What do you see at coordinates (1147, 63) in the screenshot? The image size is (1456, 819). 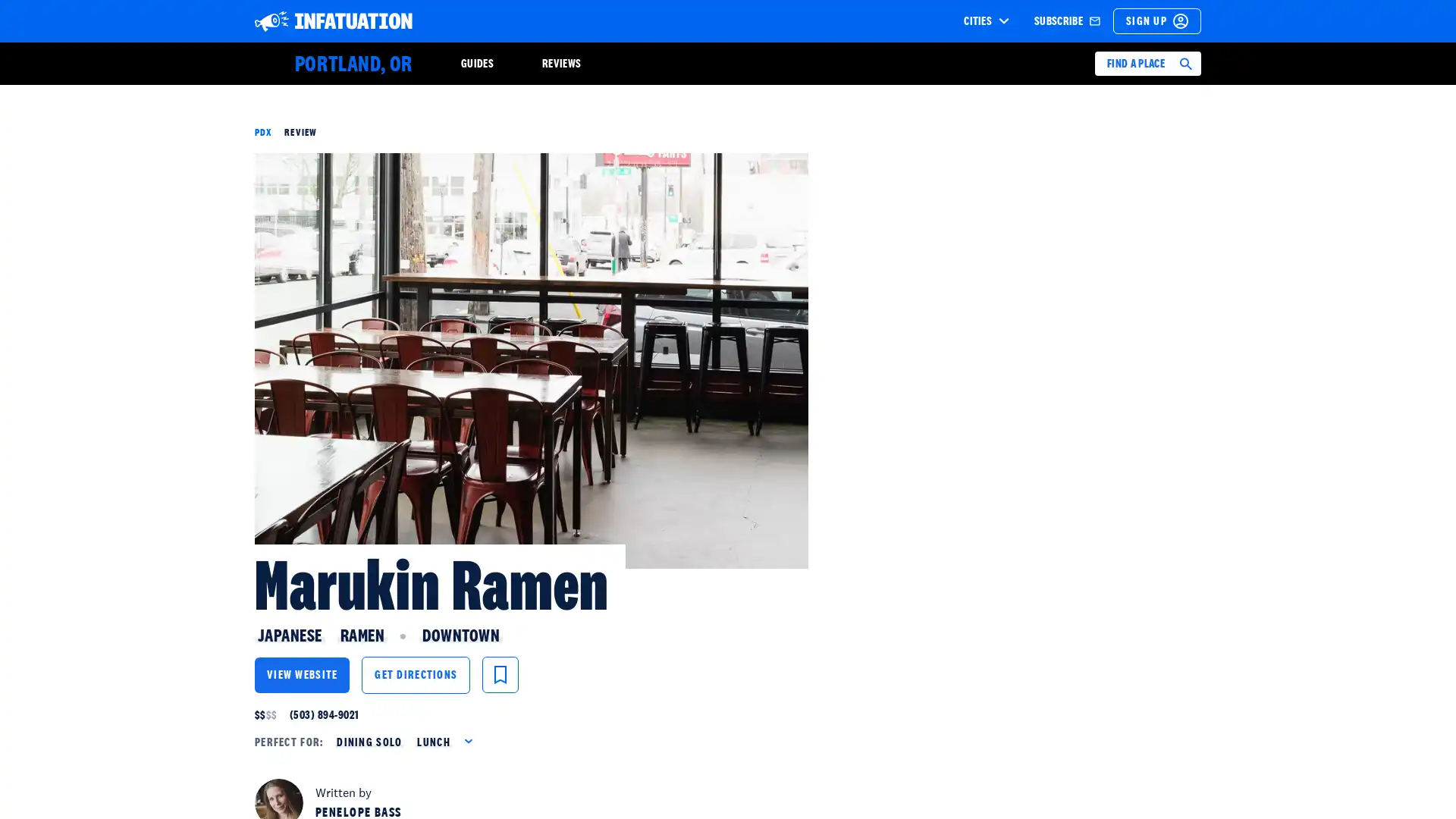 I see `FIND A PLACE` at bounding box center [1147, 63].